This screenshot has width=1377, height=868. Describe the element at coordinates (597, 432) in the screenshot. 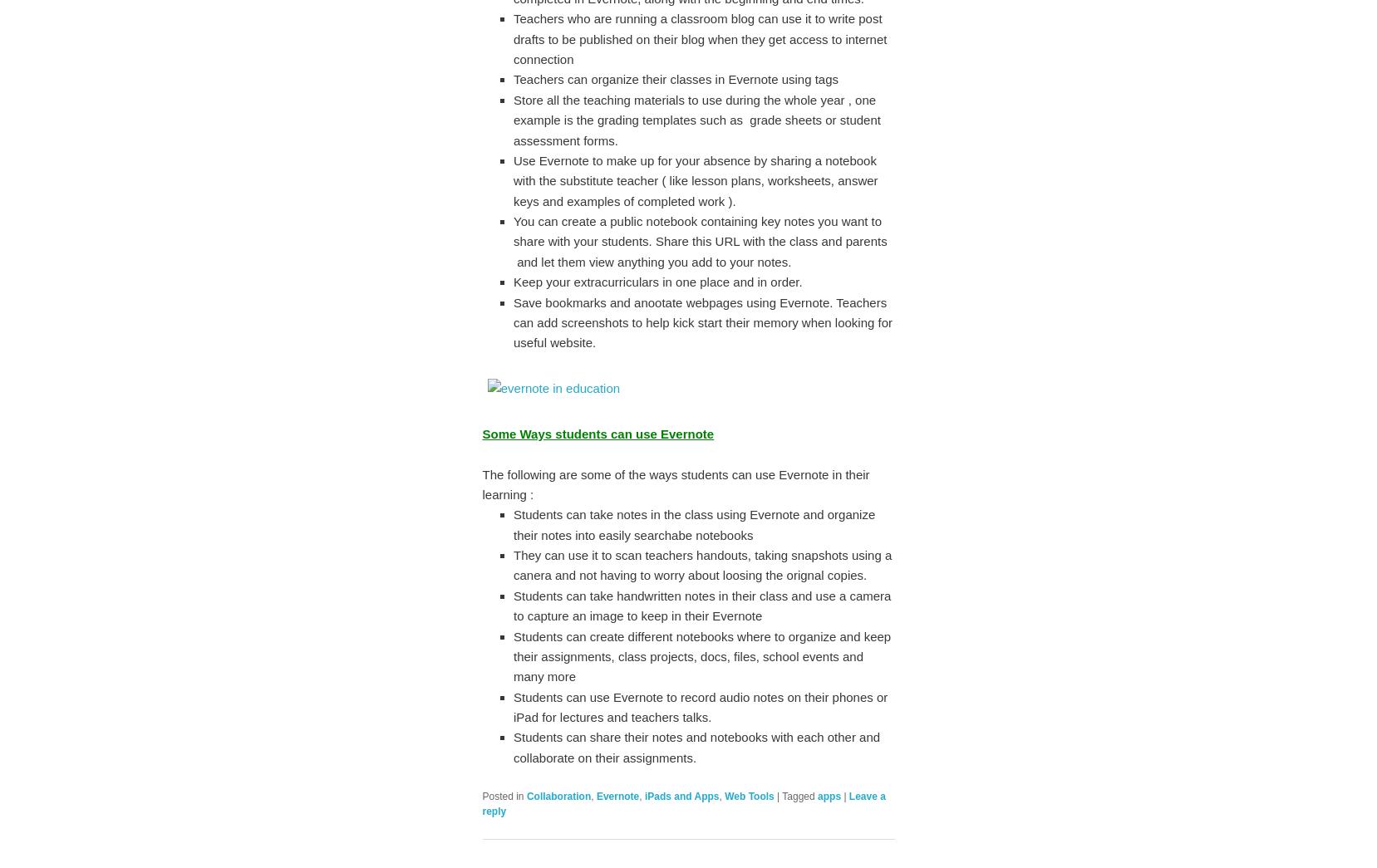

I see `'Some Ways students can use Evernote'` at that location.